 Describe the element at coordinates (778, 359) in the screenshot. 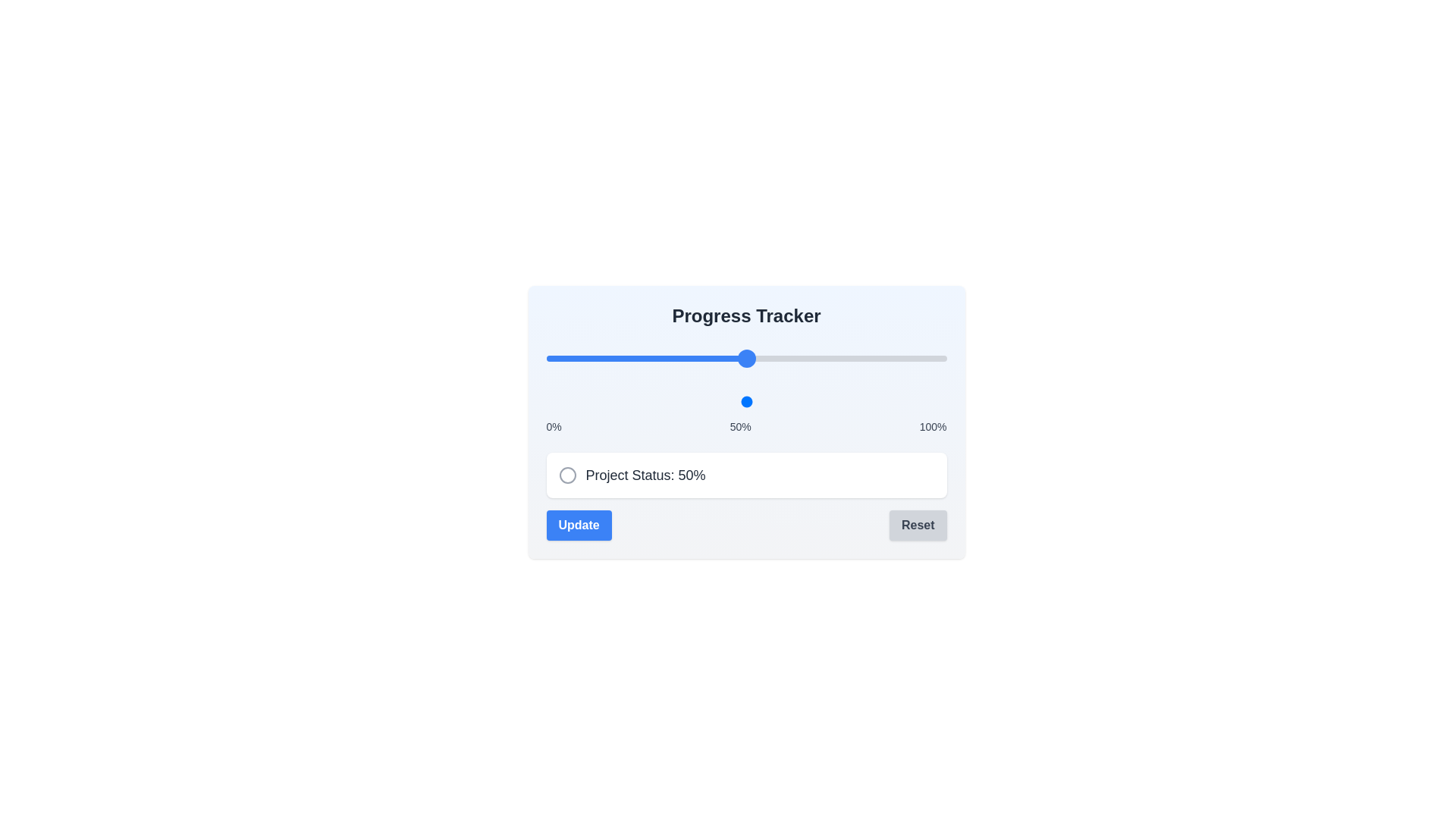

I see `the progress slider to set the progress to 58%` at that location.